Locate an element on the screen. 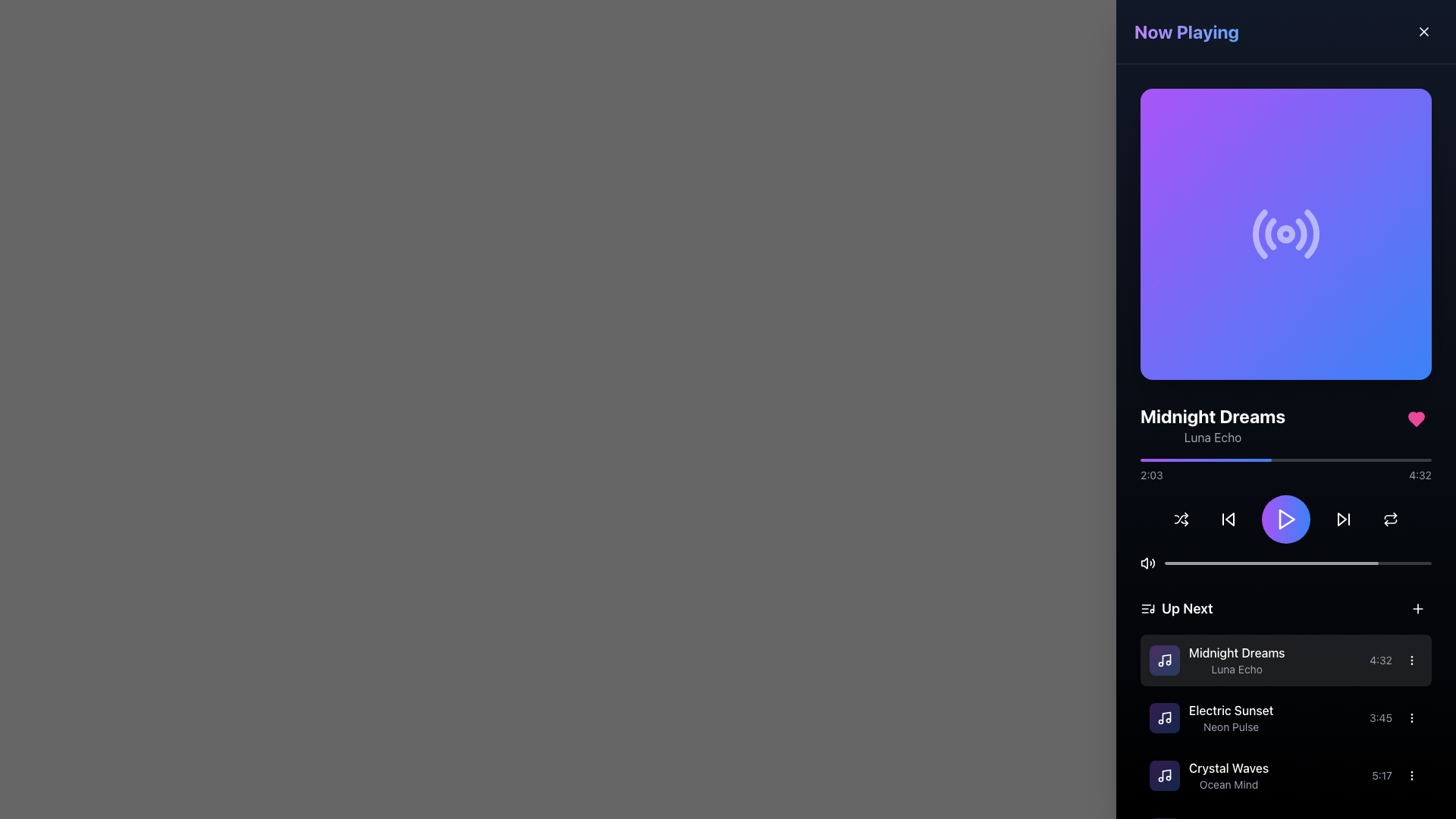 This screenshot has height=819, width=1456. the text label 'Luna Echo', which is a small gray text label positioned below the bold title 'Midnight Dreams' in the music playlist is located at coordinates (1237, 669).